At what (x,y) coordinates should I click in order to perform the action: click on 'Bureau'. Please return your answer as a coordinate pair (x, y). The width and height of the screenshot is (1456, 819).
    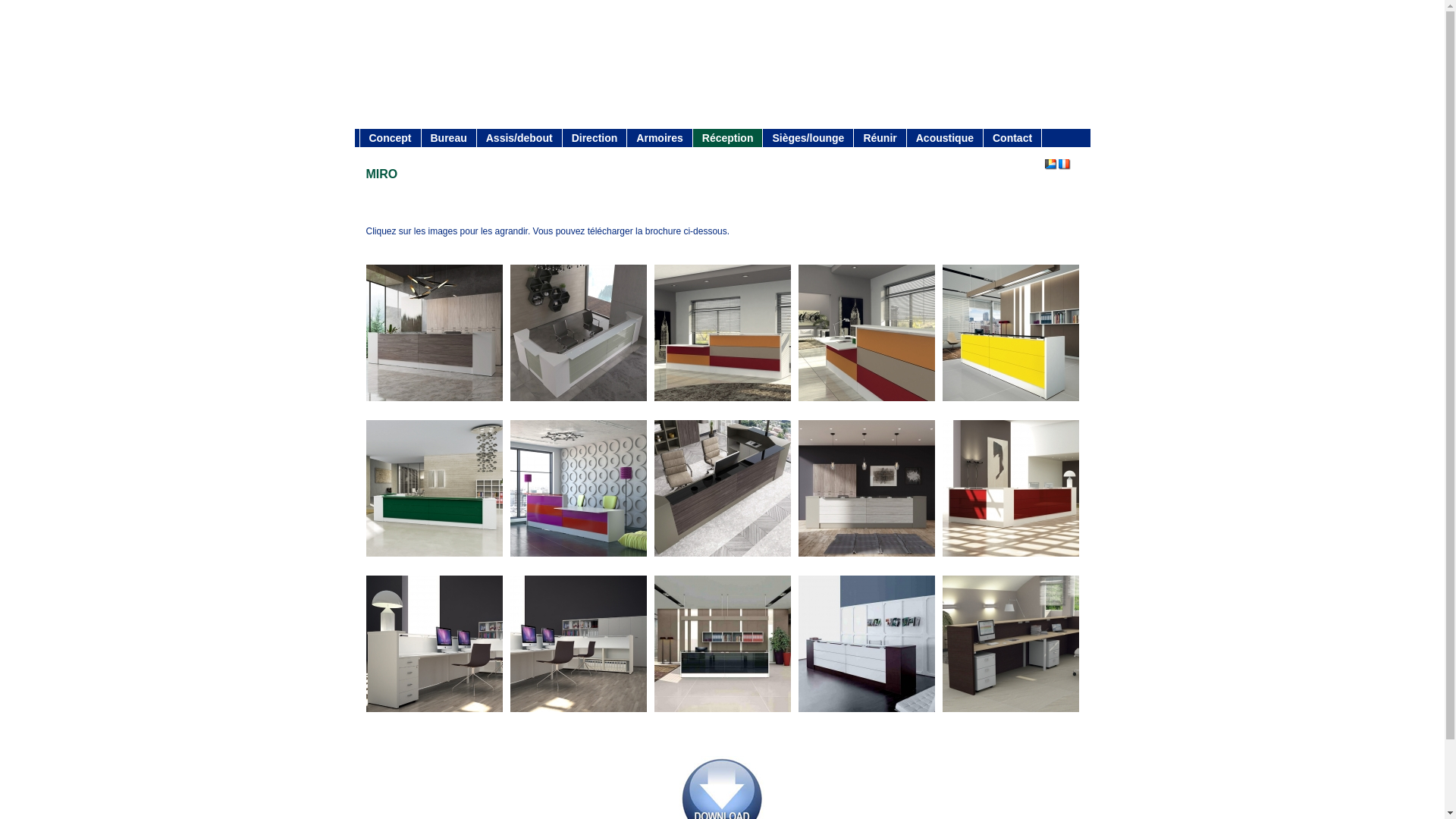
    Looking at the image, I should click on (447, 137).